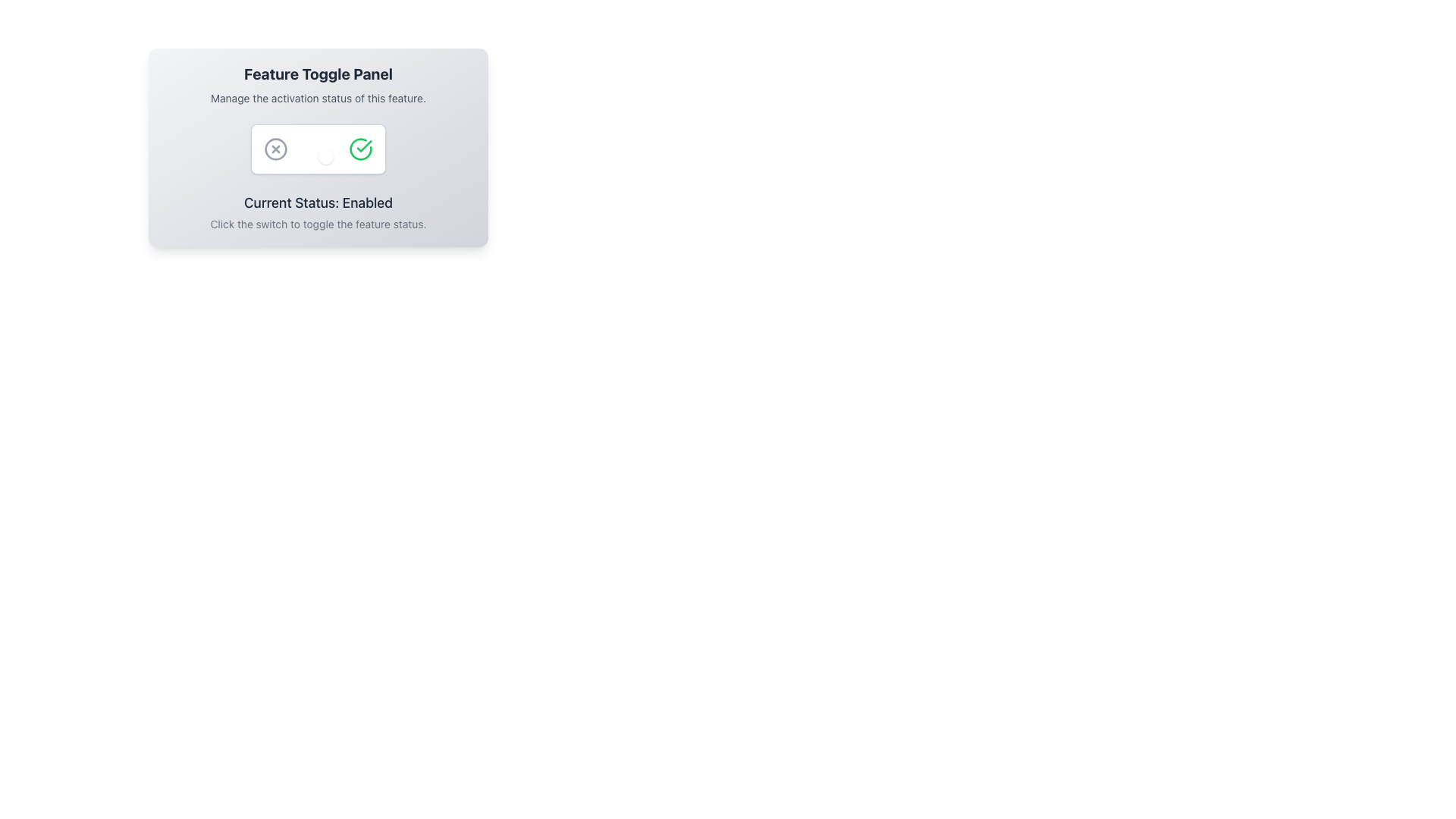 This screenshot has width=1456, height=819. What do you see at coordinates (367, 202) in the screenshot?
I see `the static text element reading 'Enabled' which is styled with a green font color and located within the phrase 'Current Status: Enabled'` at bounding box center [367, 202].